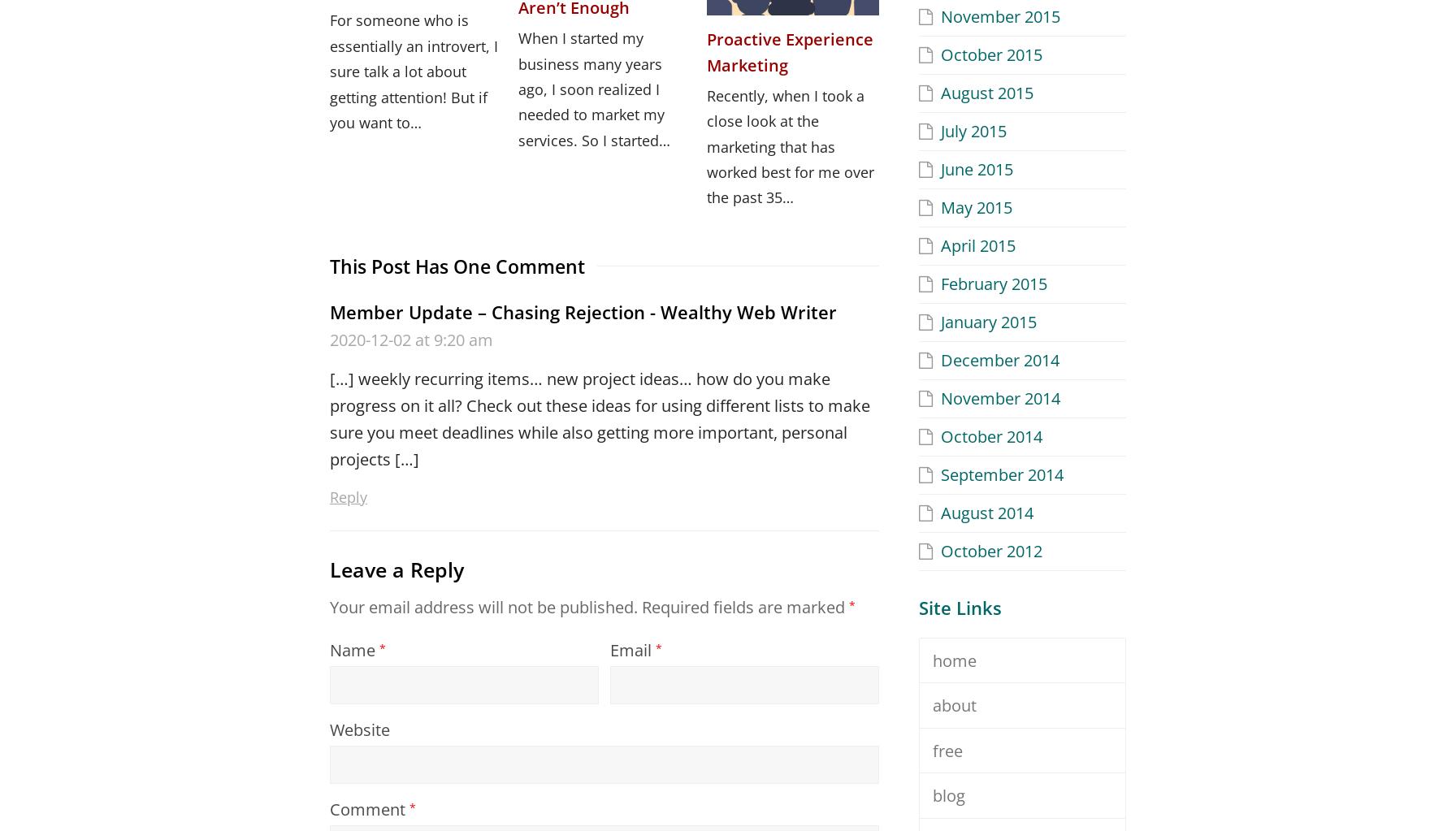  Describe the element at coordinates (947, 749) in the screenshot. I see `'free'` at that location.